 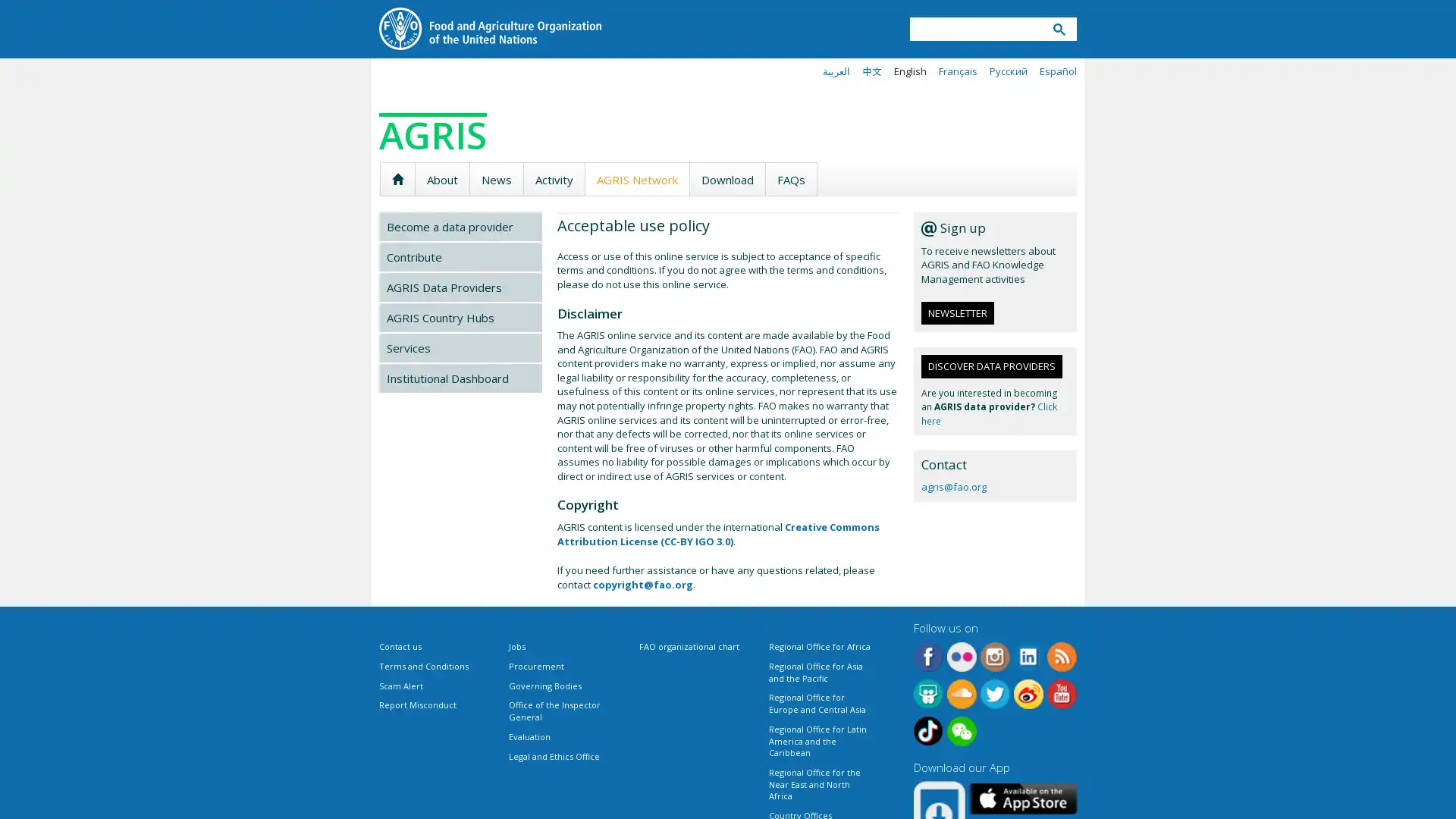 I want to click on search, so click(x=1058, y=29).